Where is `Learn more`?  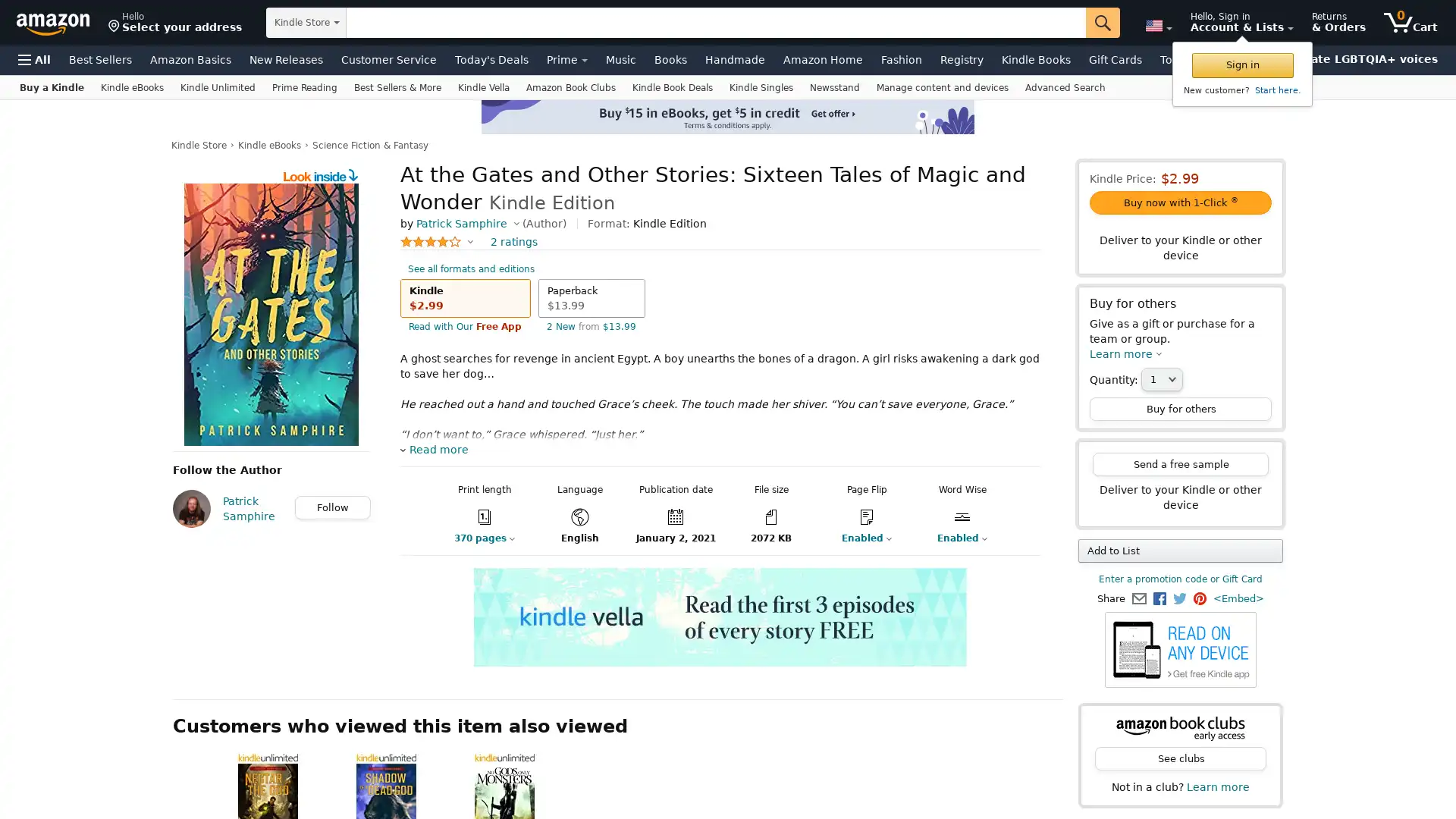
Learn more is located at coordinates (1125, 353).